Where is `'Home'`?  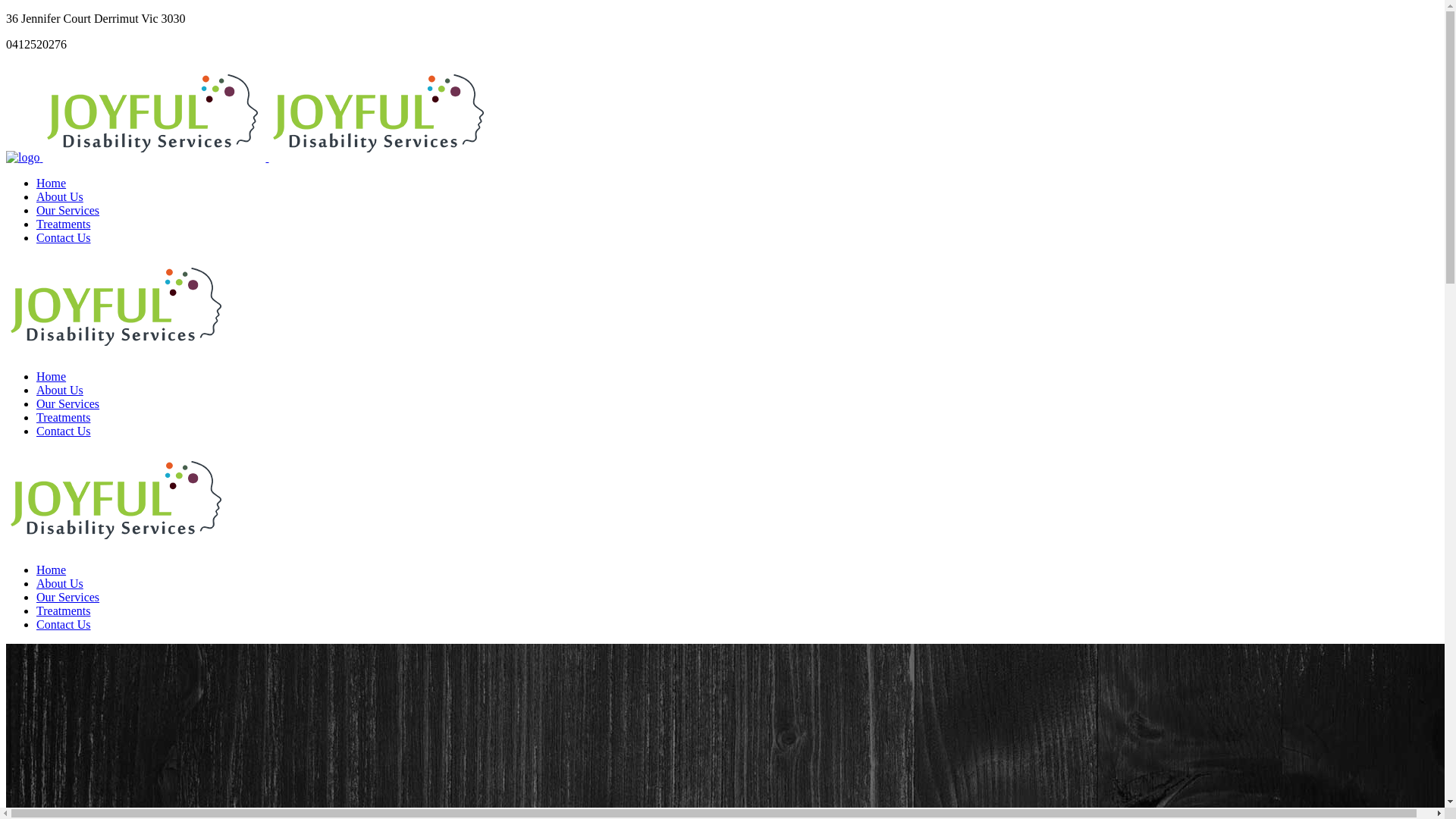
'Home' is located at coordinates (51, 570).